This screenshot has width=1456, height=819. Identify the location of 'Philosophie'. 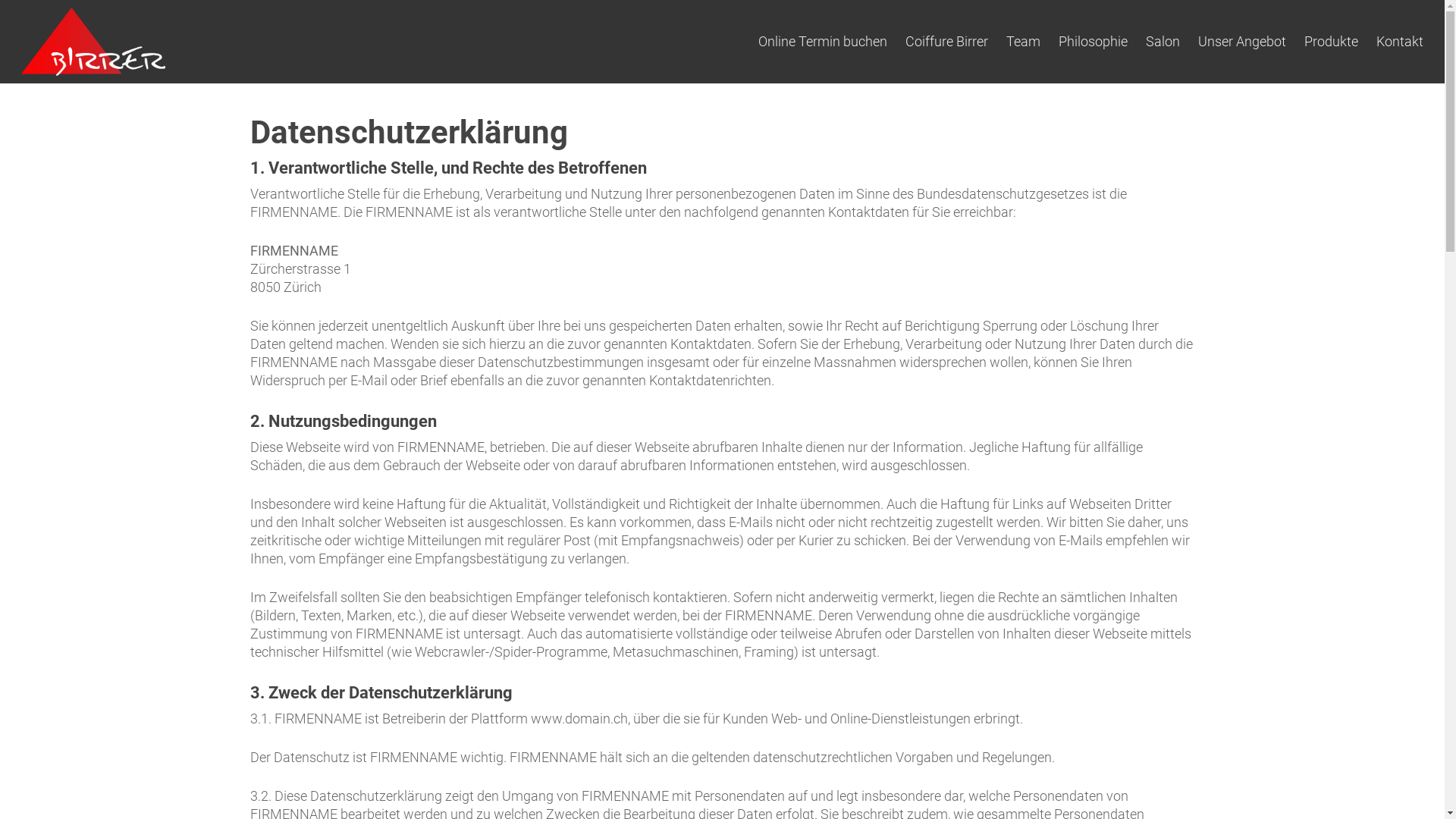
(1058, 40).